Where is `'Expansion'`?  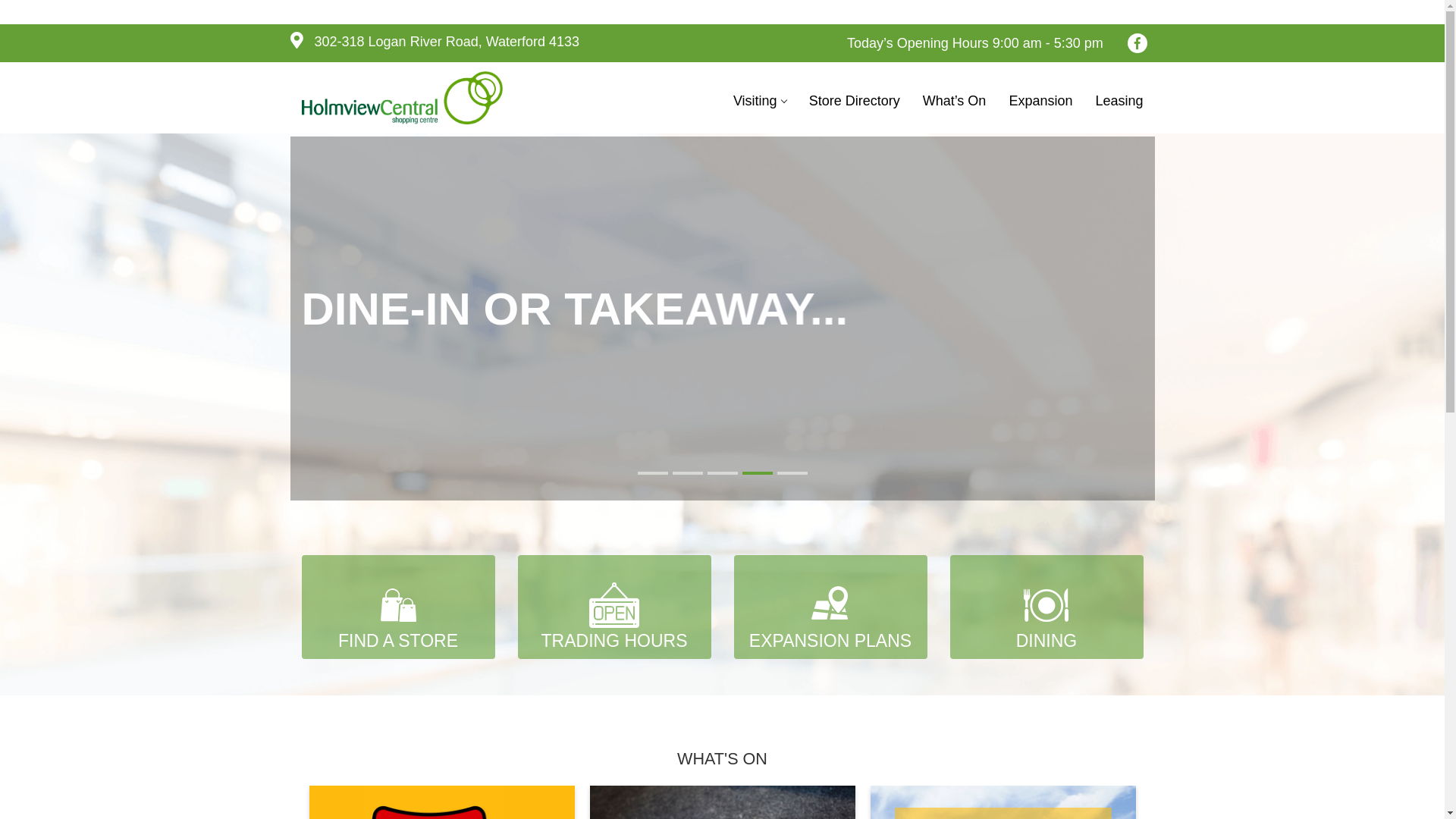 'Expansion' is located at coordinates (1040, 99).